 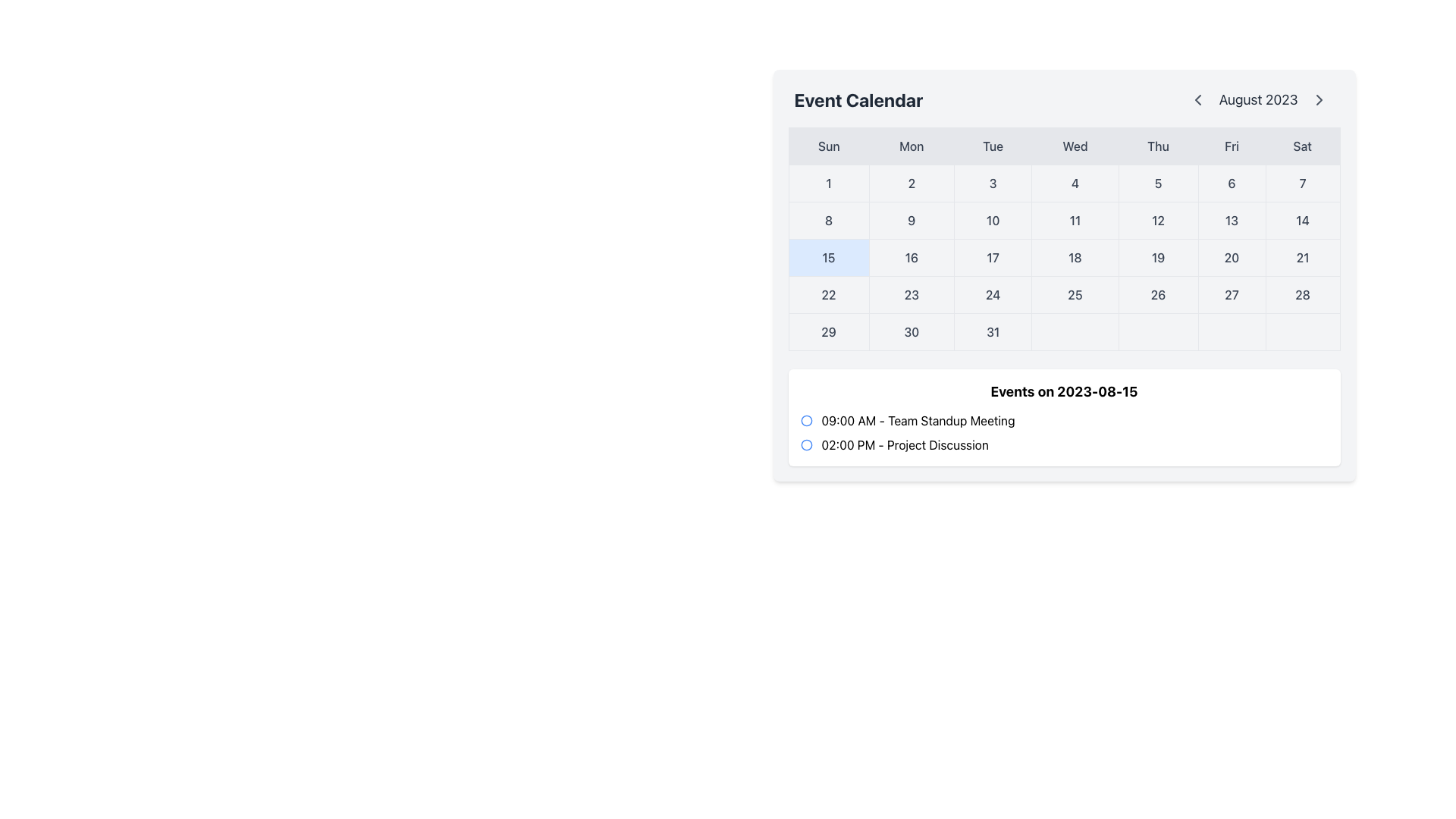 What do you see at coordinates (828, 183) in the screenshot?
I see `the Calendar Day Cell that displays the number '1' in the top-left corner of the calendar grid under the 'Sun' header` at bounding box center [828, 183].